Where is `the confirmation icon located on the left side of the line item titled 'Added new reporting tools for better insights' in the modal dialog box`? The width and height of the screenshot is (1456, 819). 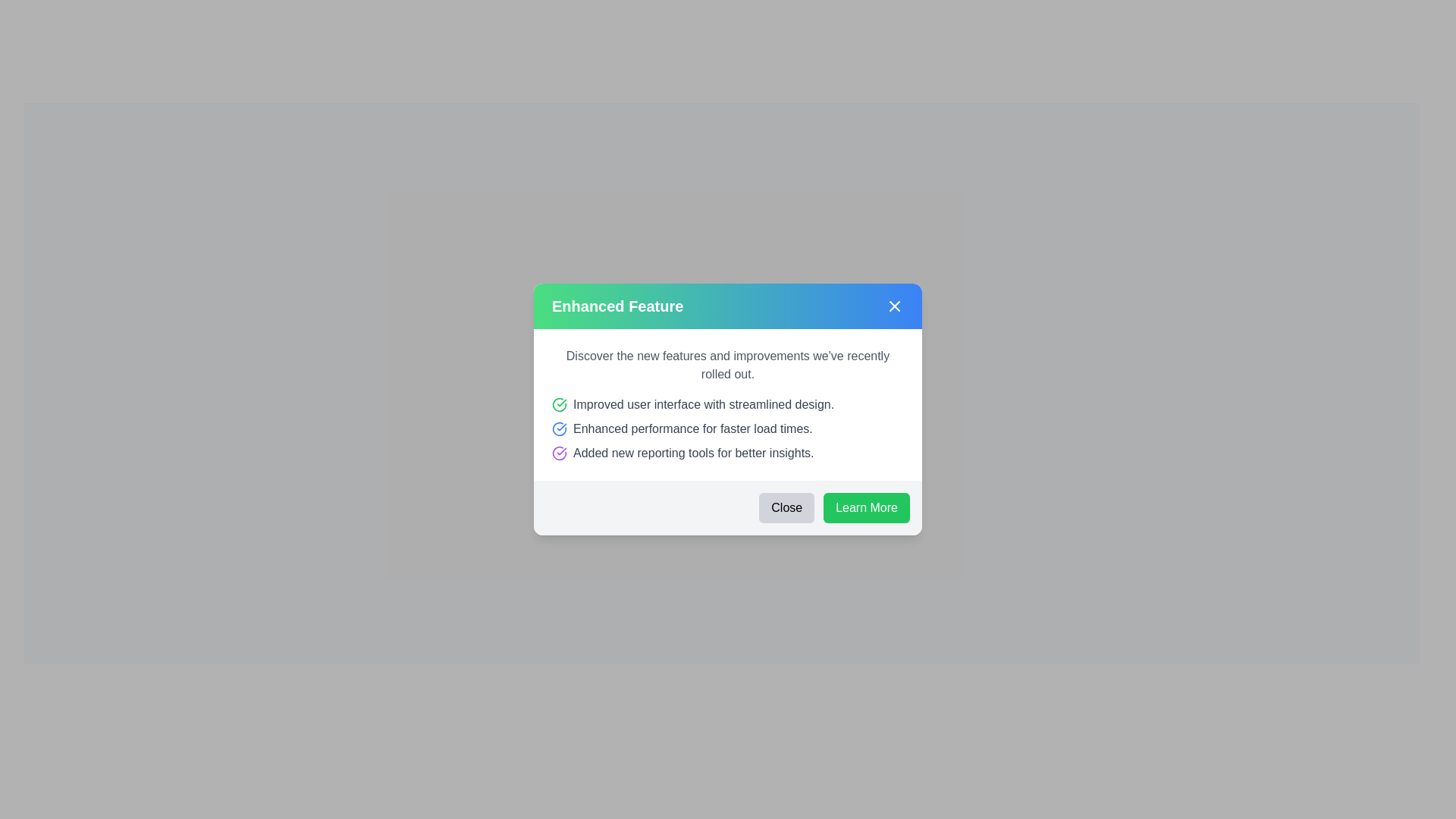
the confirmation icon located on the left side of the line item titled 'Added new reporting tools for better insights' in the modal dialog box is located at coordinates (559, 452).